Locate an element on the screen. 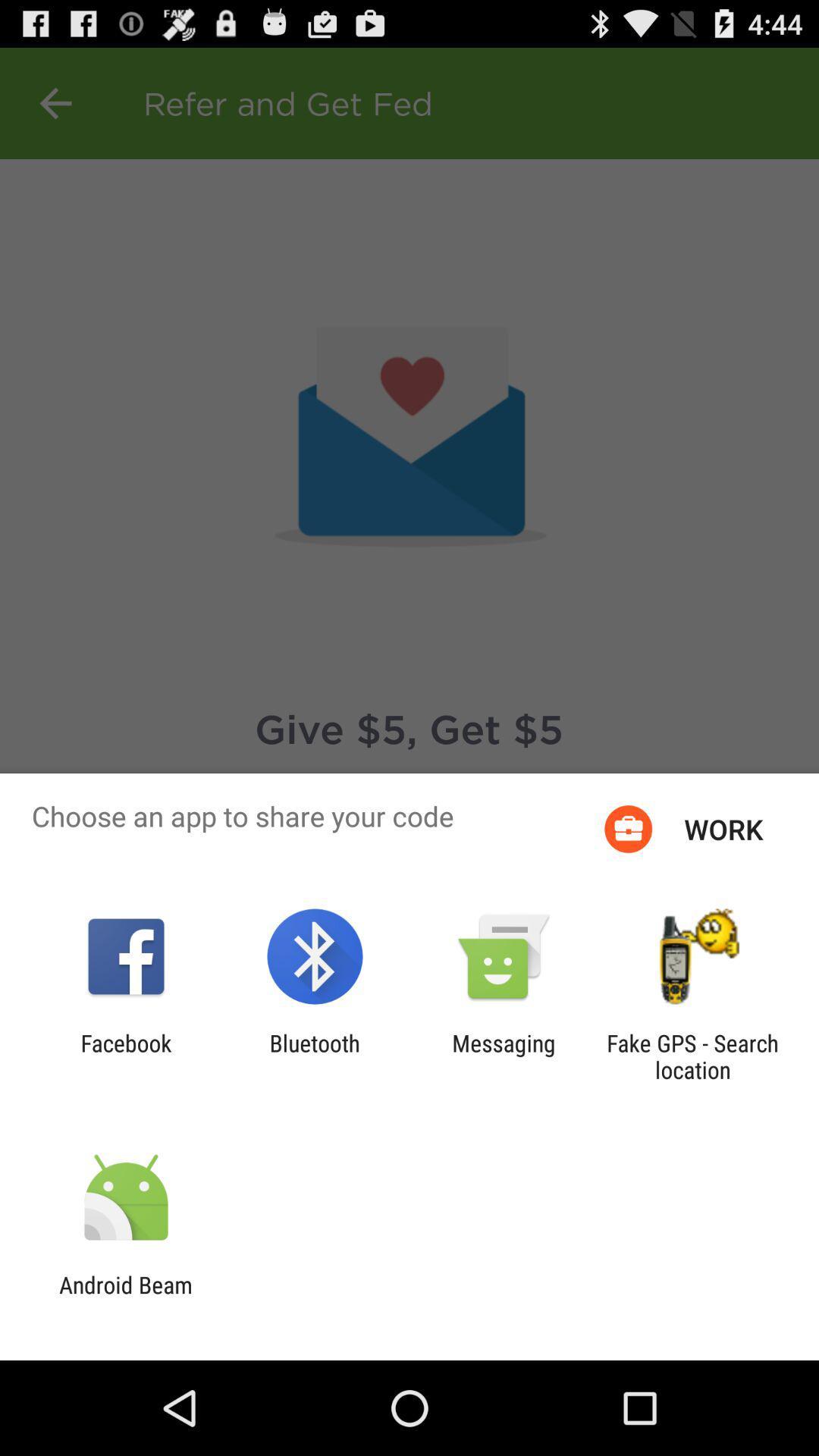  the messaging app is located at coordinates (504, 1056).